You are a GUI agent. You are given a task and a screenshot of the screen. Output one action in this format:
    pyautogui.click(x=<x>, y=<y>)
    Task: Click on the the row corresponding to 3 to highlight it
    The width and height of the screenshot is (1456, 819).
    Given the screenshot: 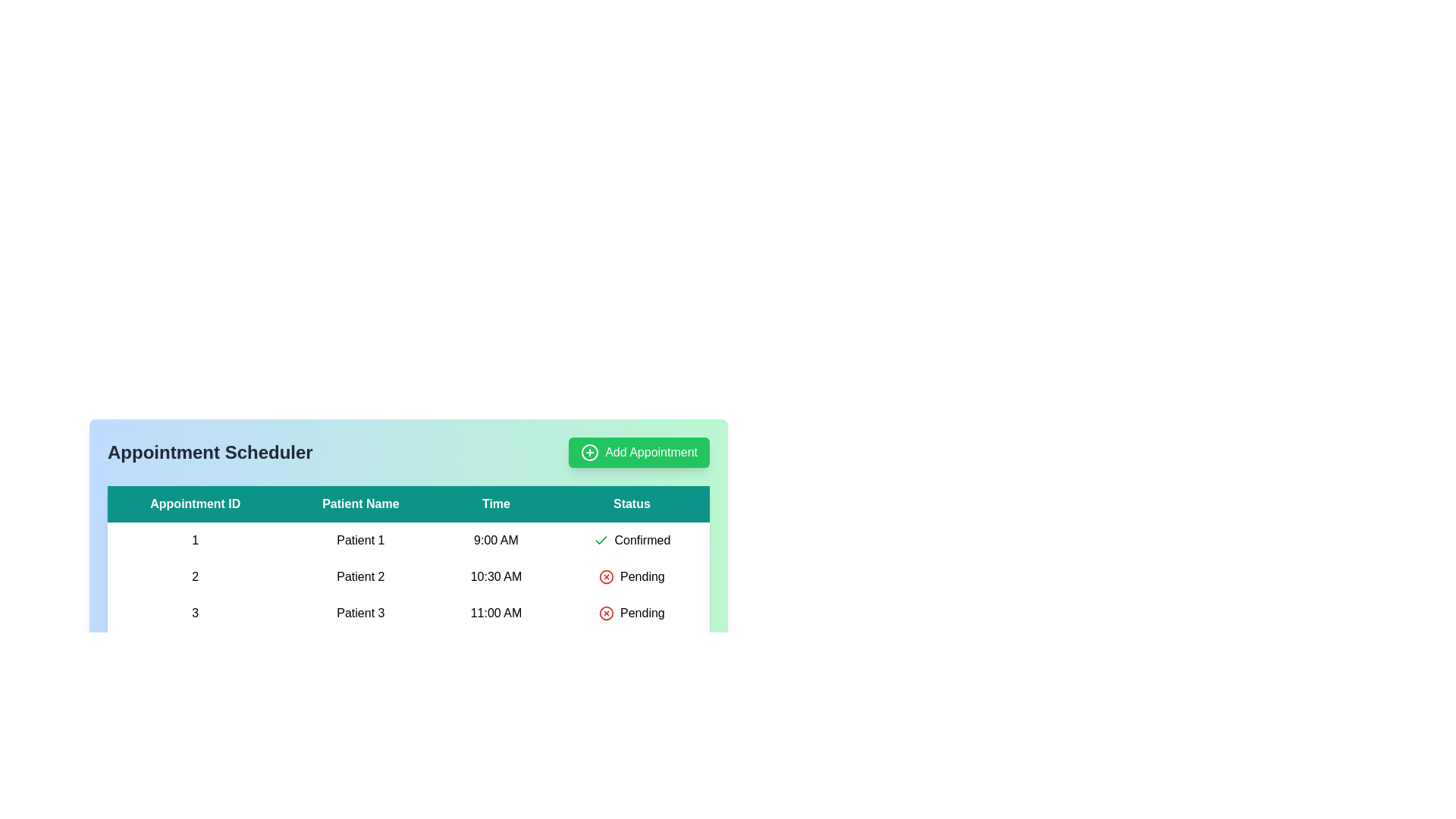 What is the action you would take?
    pyautogui.click(x=408, y=613)
    